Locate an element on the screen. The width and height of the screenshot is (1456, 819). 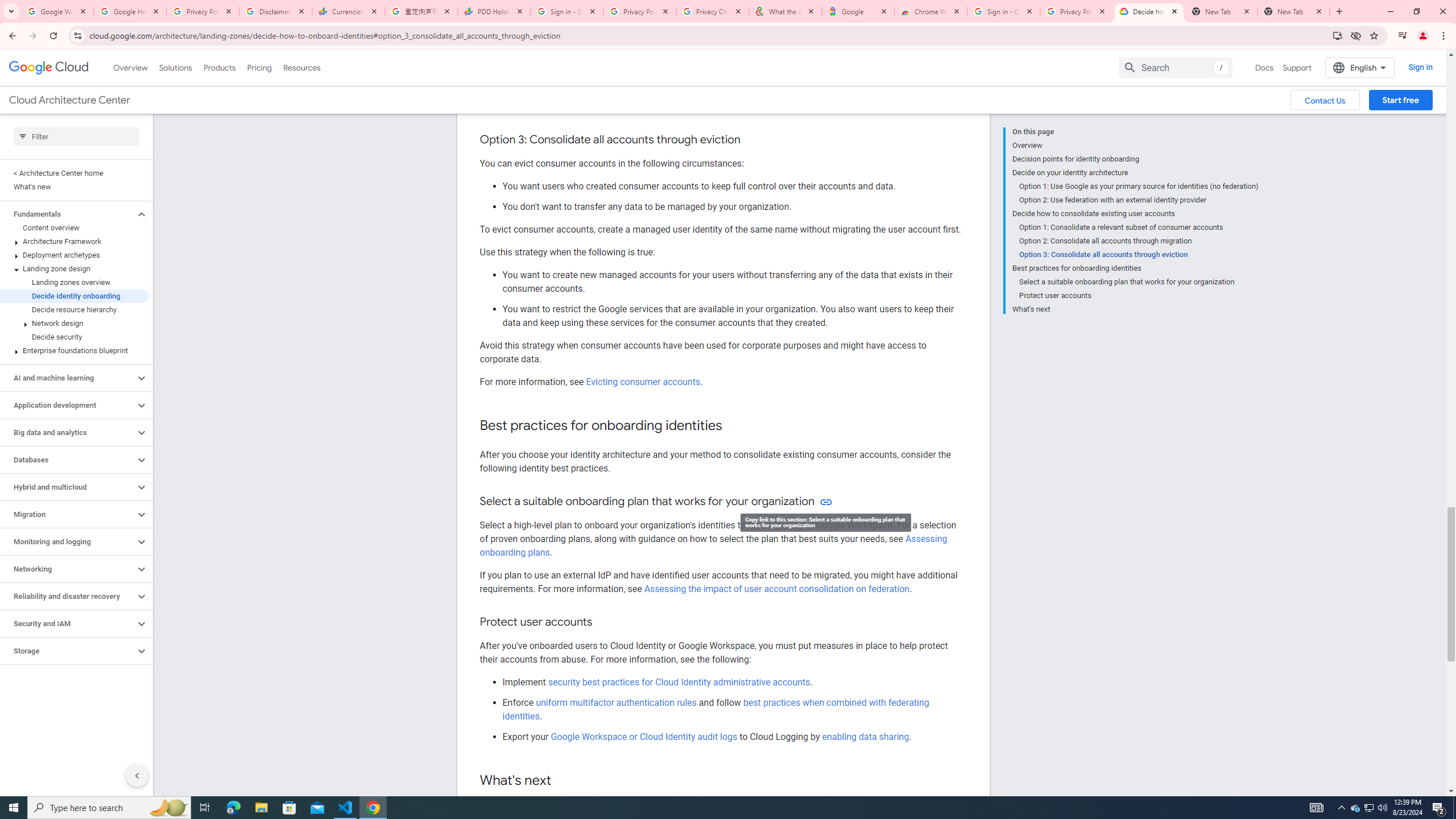
'New Tab' is located at coordinates (1293, 11).